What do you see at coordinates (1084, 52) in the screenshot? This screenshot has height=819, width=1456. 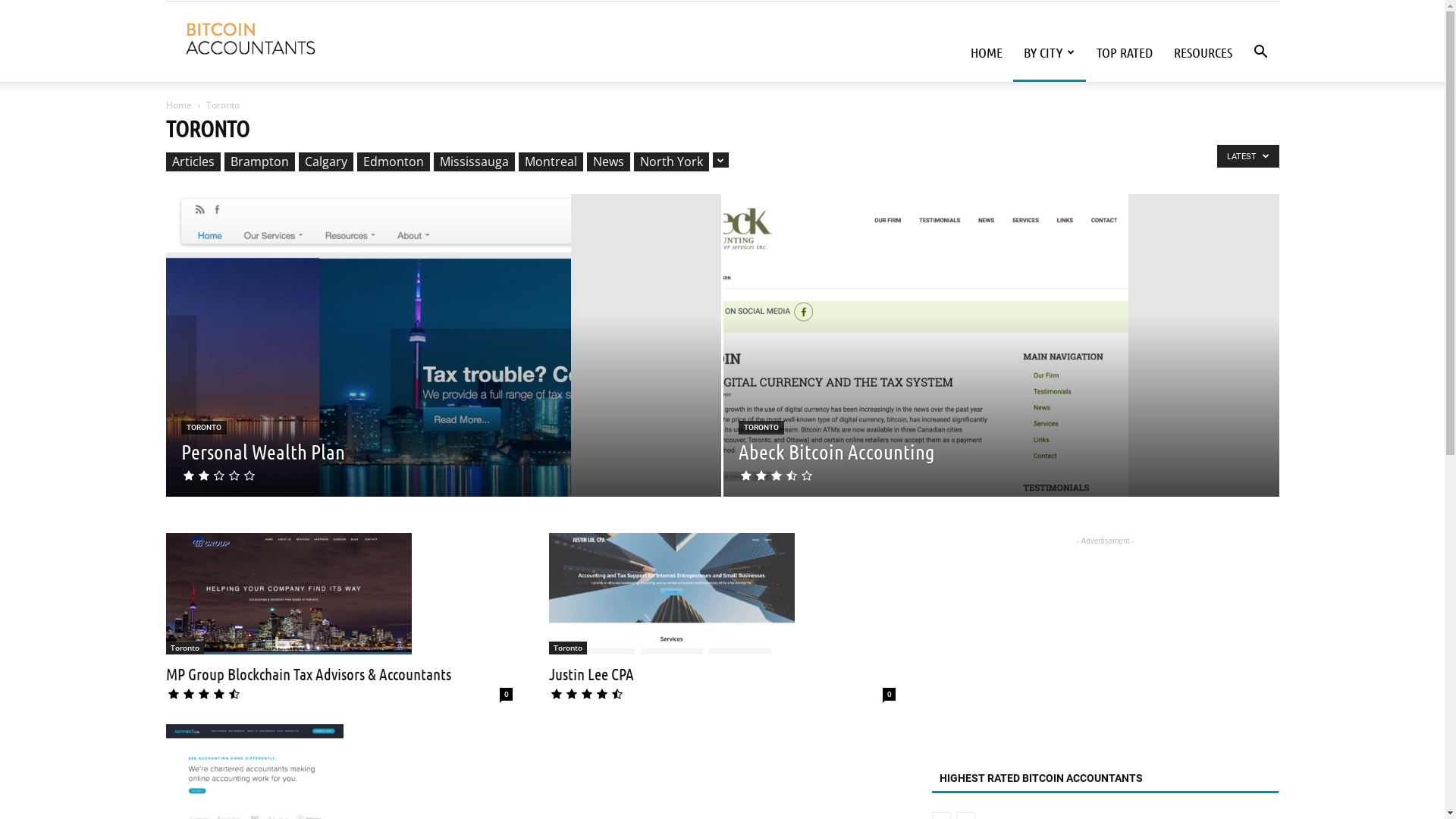 I see `'TOP RATED'` at bounding box center [1084, 52].